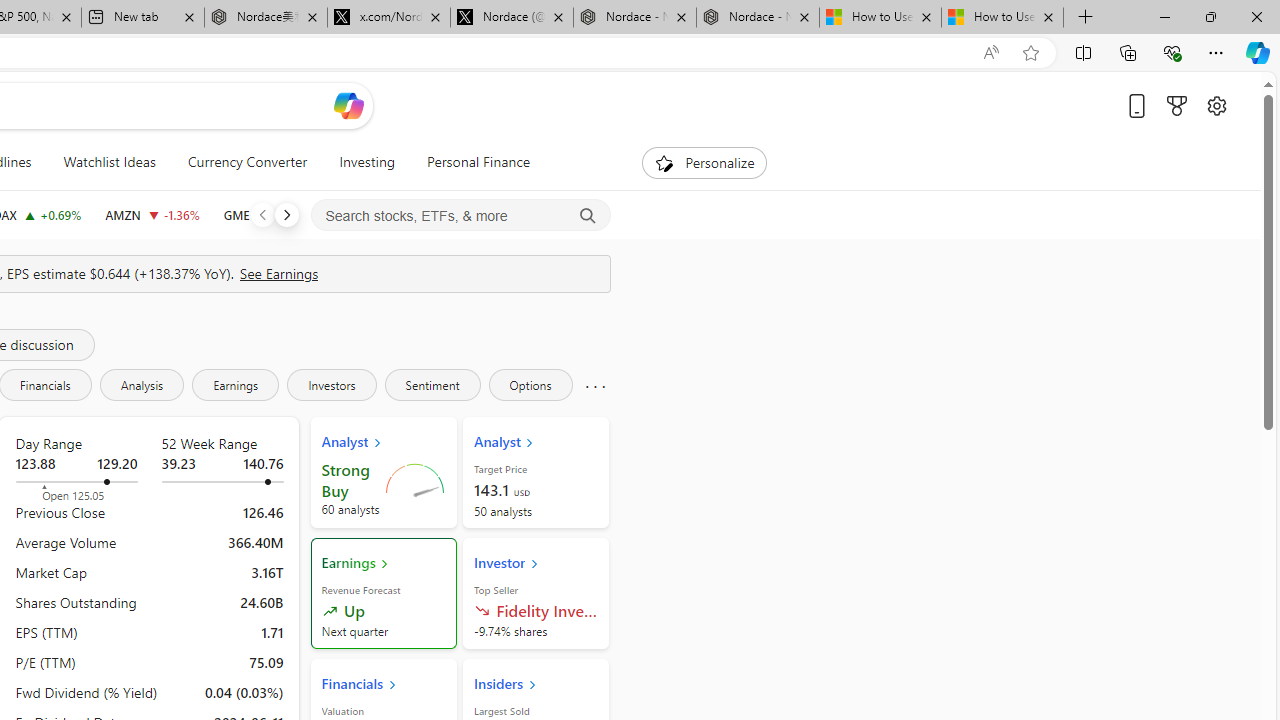 This screenshot has height=720, width=1280. I want to click on 'Investing', so click(367, 162).